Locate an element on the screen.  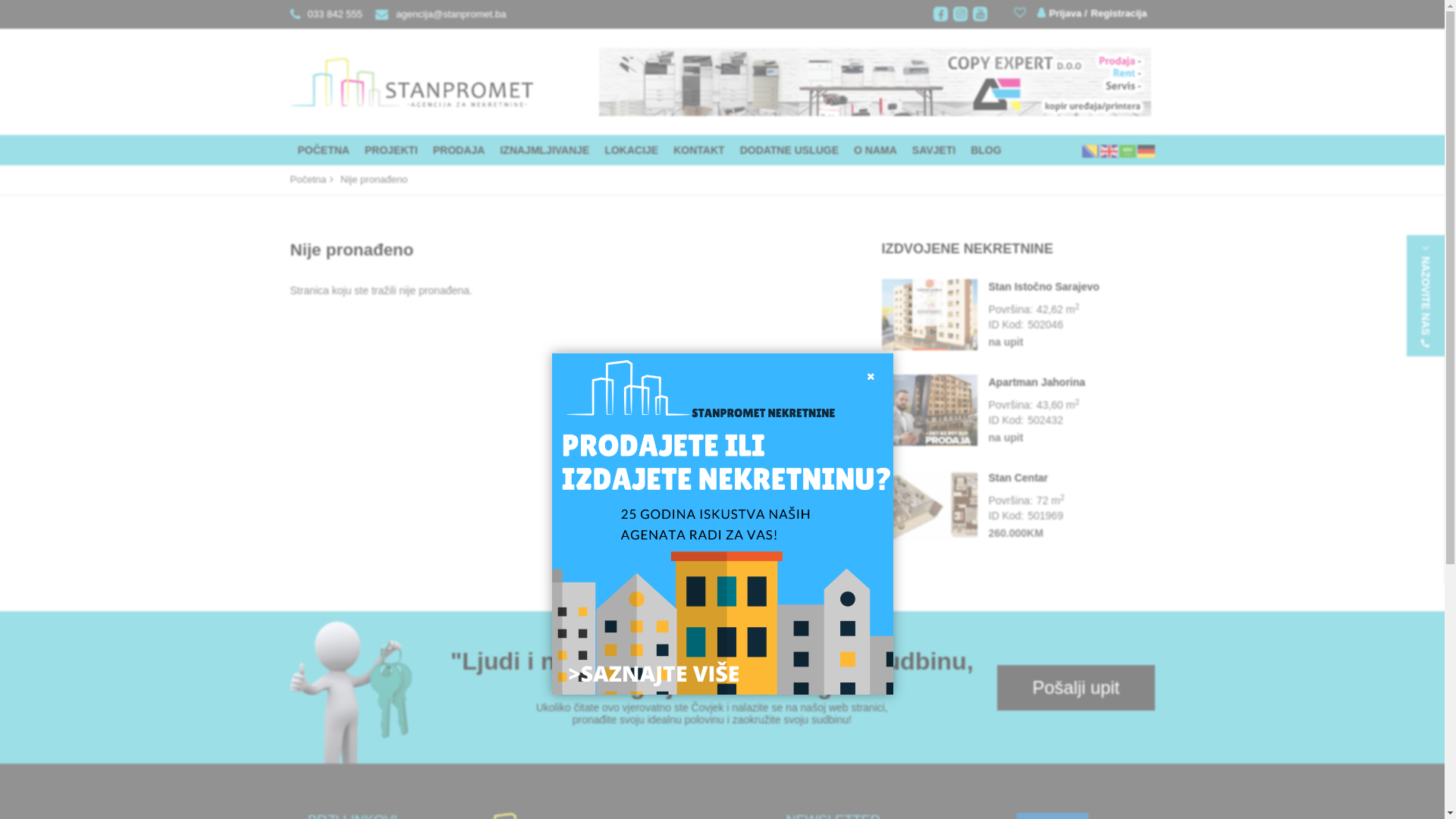
'Apartman Jahorina' is located at coordinates (927, 410).